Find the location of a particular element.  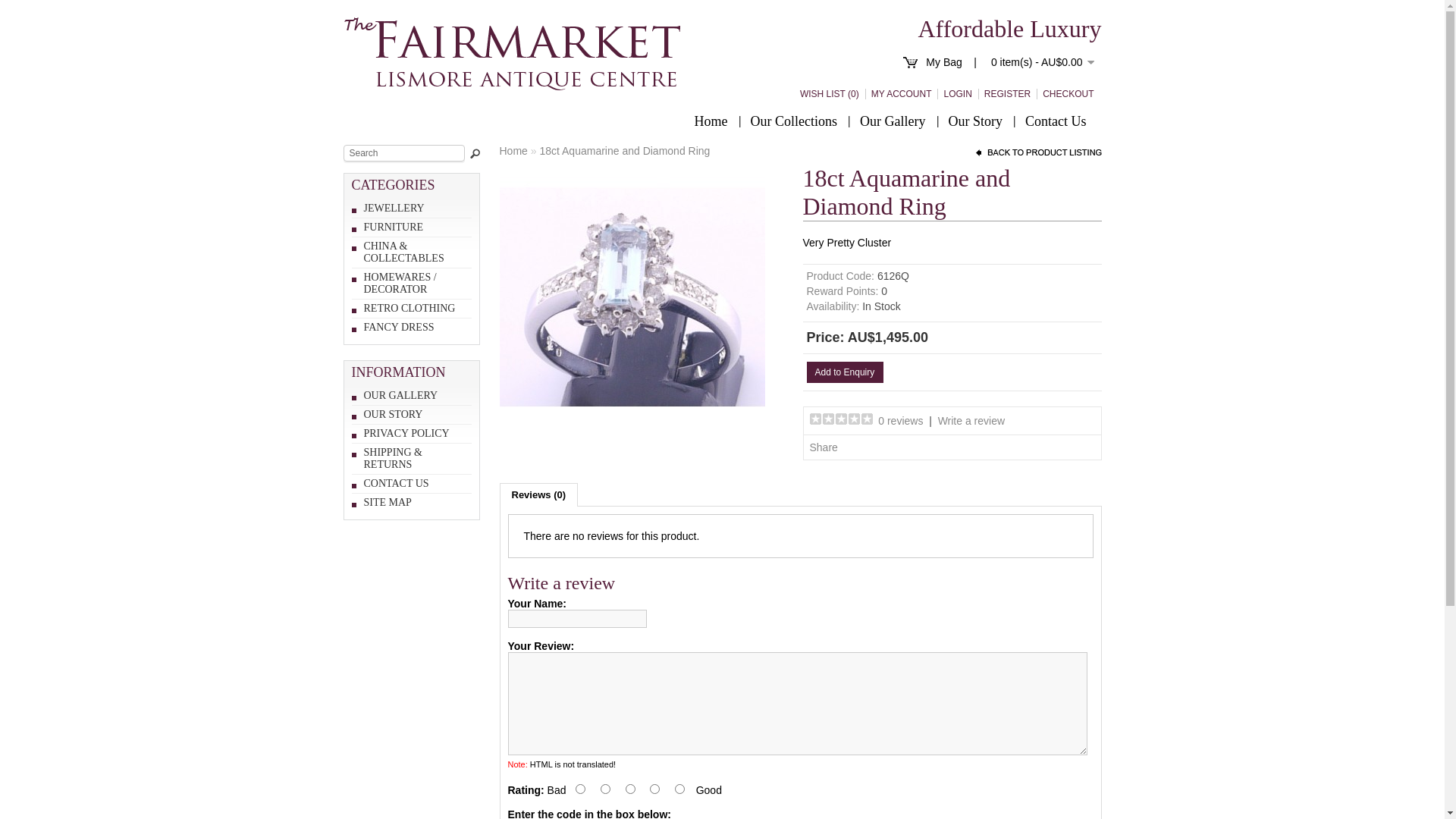

'FANCY DRESS' is located at coordinates (399, 326).